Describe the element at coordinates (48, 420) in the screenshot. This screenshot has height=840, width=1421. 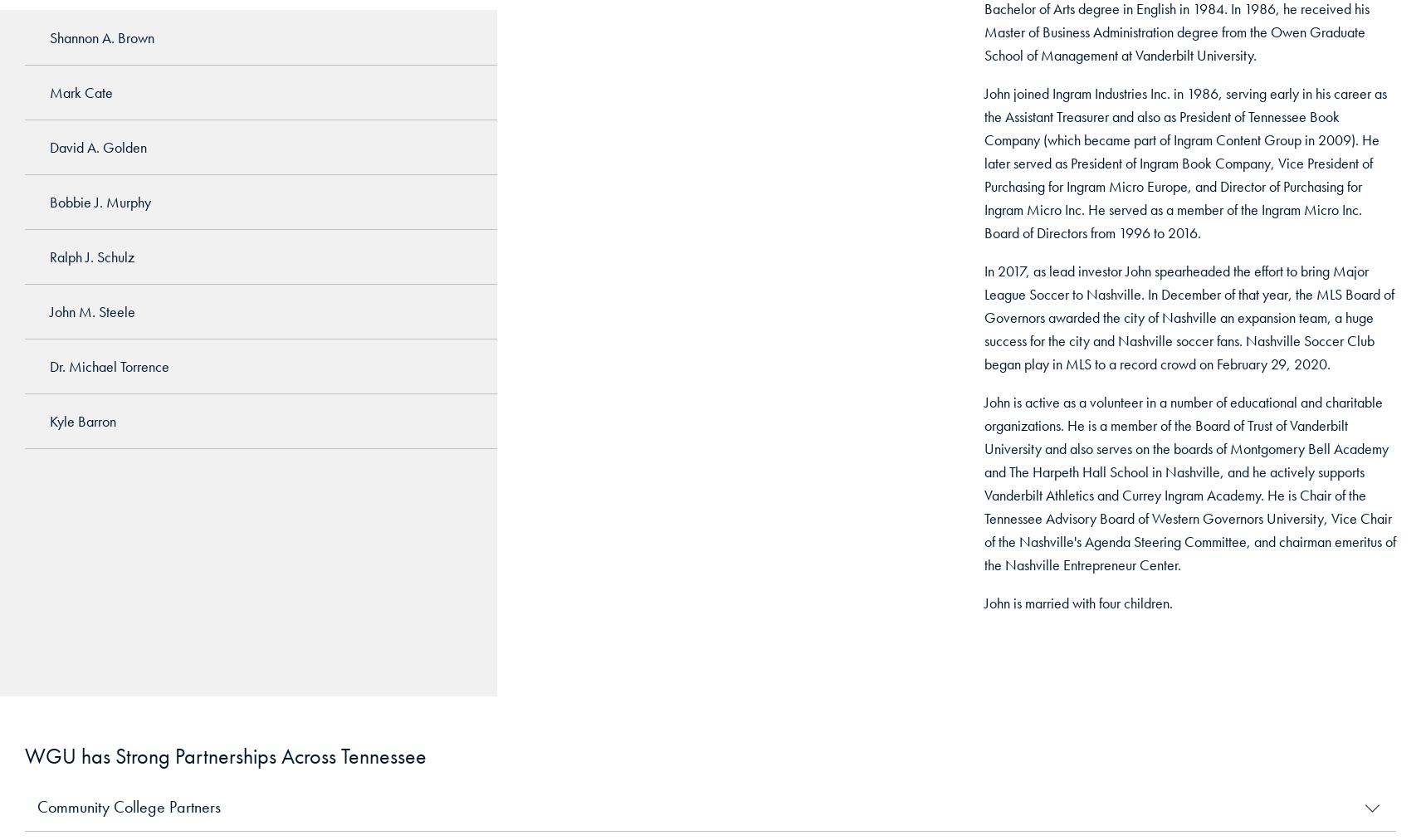
I see `'Kyle Barron'` at that location.